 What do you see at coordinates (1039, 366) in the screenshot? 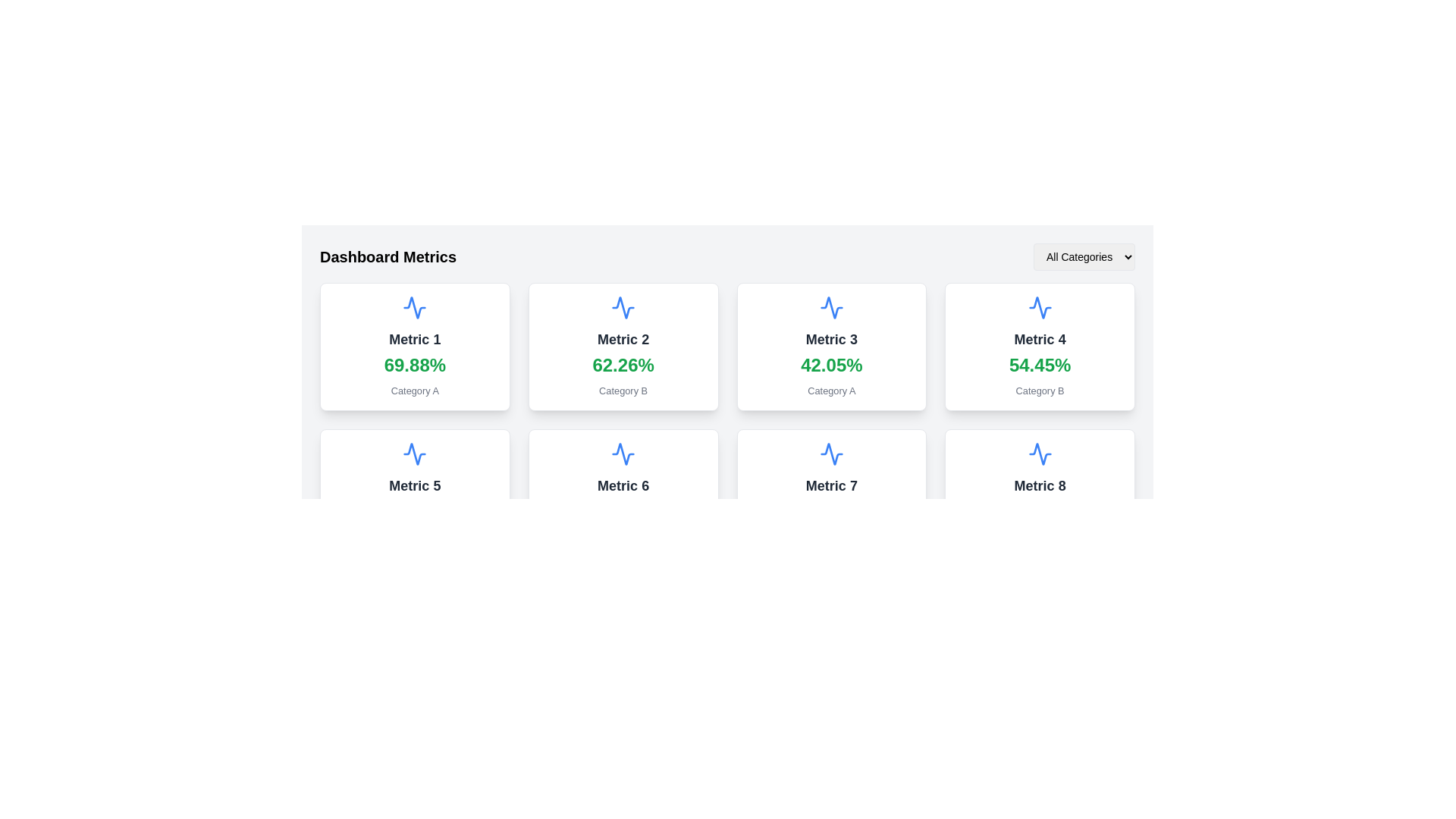
I see `percentage value '54.45%' displayed in a large, bold green font below the heading 'Metric 4' and above 'Category B' within the fourth card of a three-column grid layout` at bounding box center [1039, 366].